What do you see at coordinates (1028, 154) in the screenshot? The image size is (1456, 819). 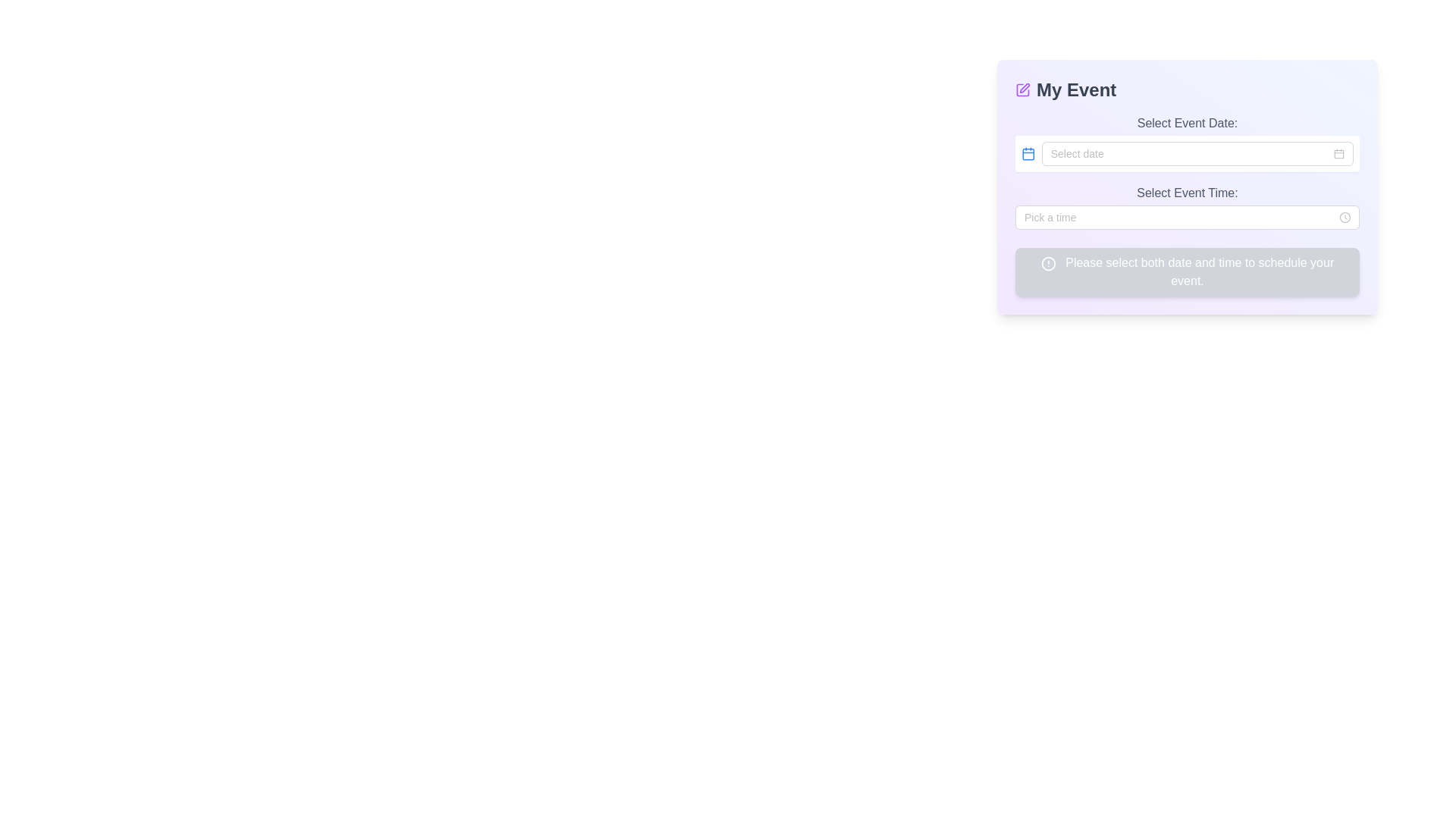 I see `the decorative graphical element with rounded edges and a blue outline within the calendar icon, located to the left of the 'Select date' input field in the 'My Event' form` at bounding box center [1028, 154].